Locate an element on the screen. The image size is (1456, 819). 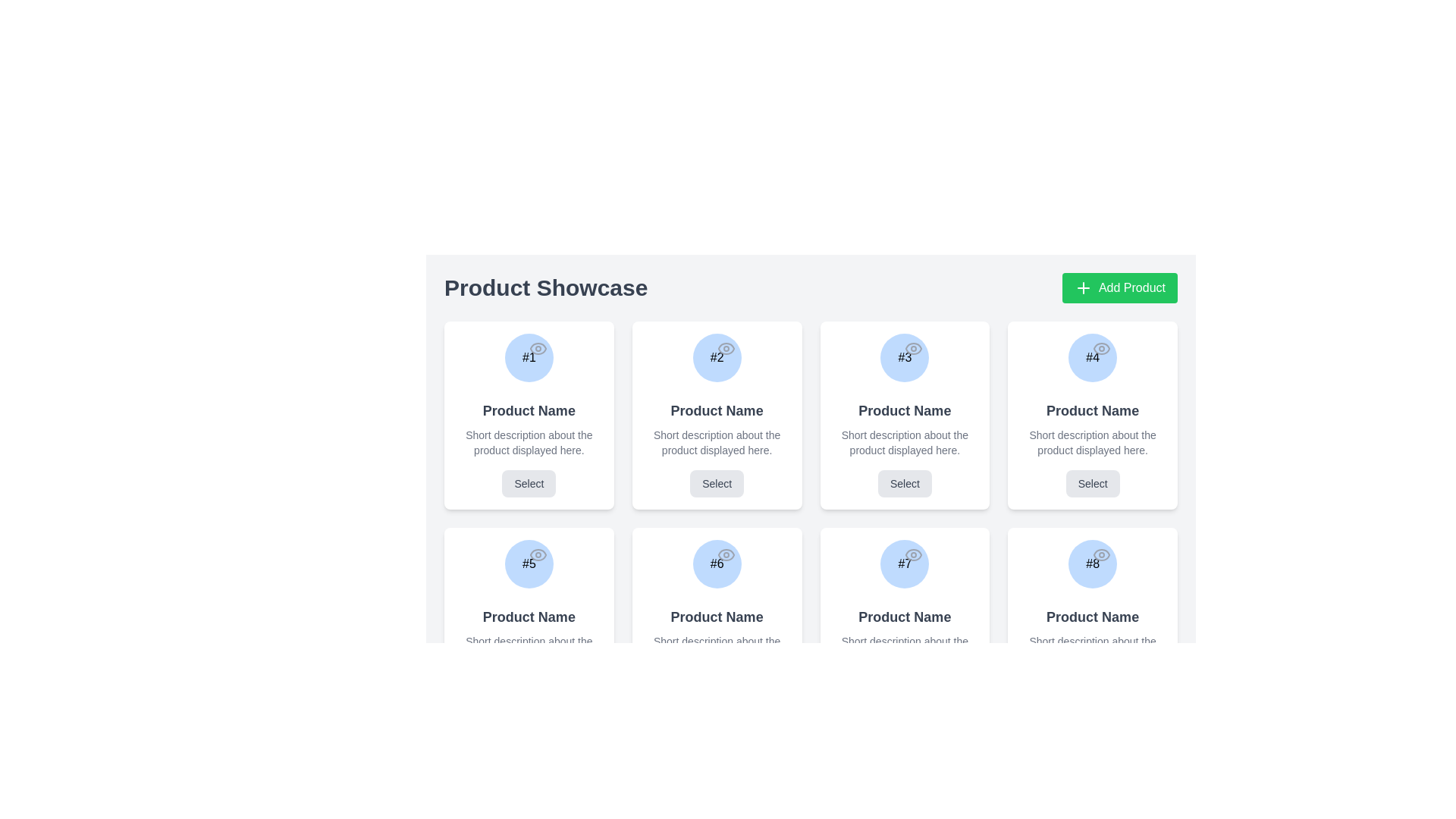
the text label that reads 'Product Name', which is styled in bold, medium size, and dark gray color, located within the sixth card of a grid layout, positioned below the circular header with the number 6 is located at coordinates (716, 617).